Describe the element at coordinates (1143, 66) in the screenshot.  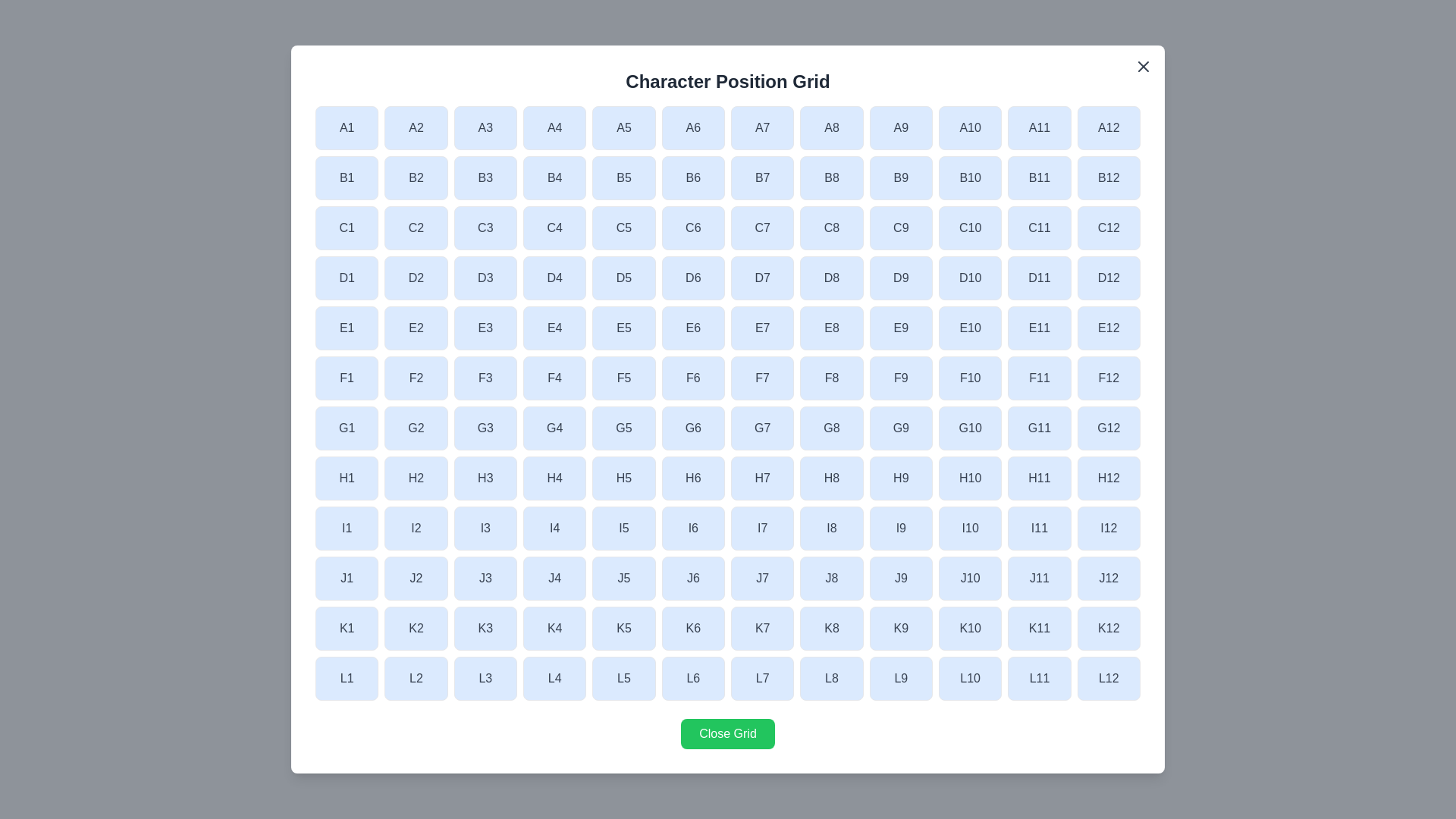
I see `close icon in the top right corner to close the dialog` at that location.